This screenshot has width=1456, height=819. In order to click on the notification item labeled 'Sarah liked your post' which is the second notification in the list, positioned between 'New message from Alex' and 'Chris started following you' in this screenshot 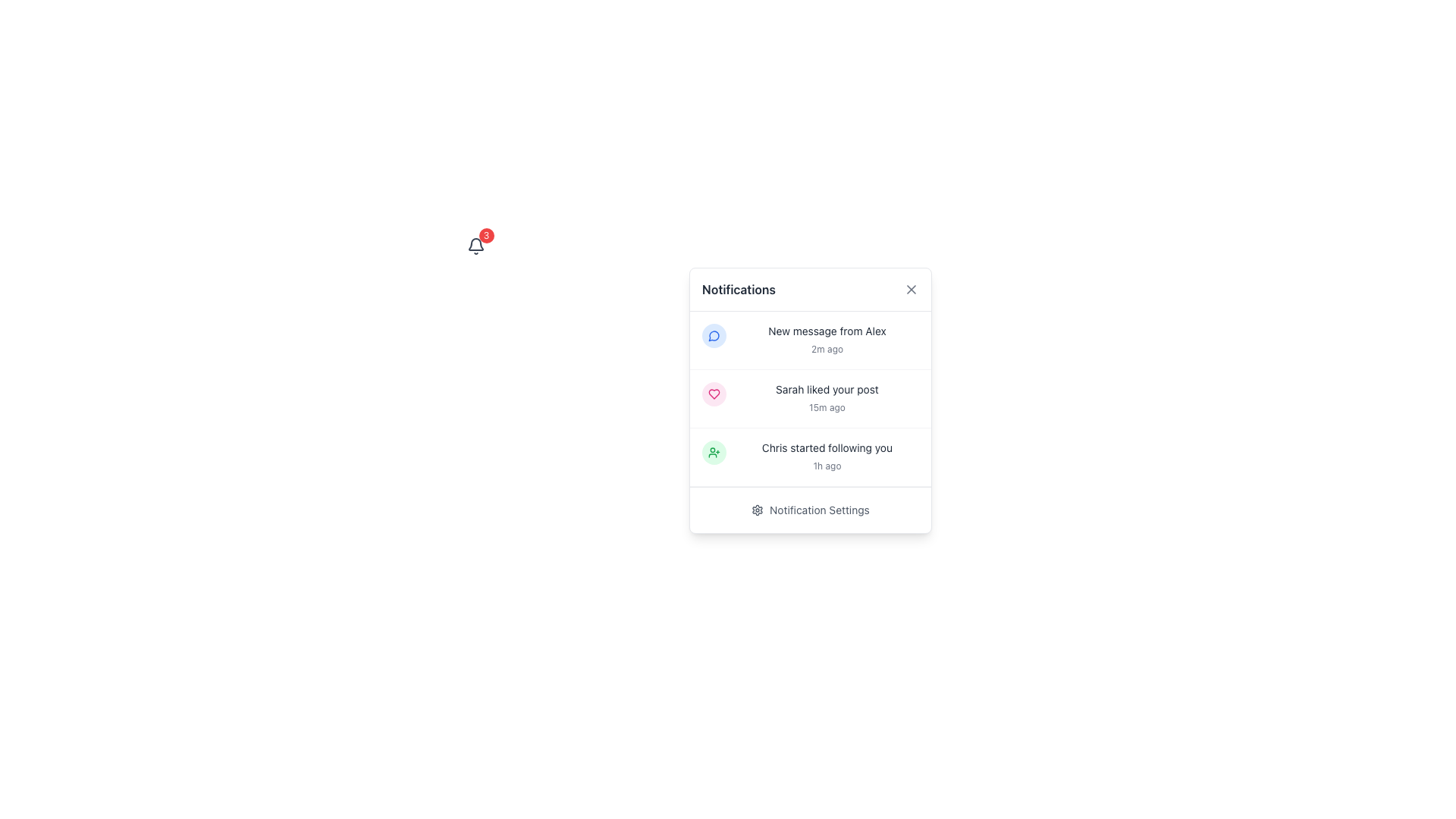, I will do `click(810, 398)`.